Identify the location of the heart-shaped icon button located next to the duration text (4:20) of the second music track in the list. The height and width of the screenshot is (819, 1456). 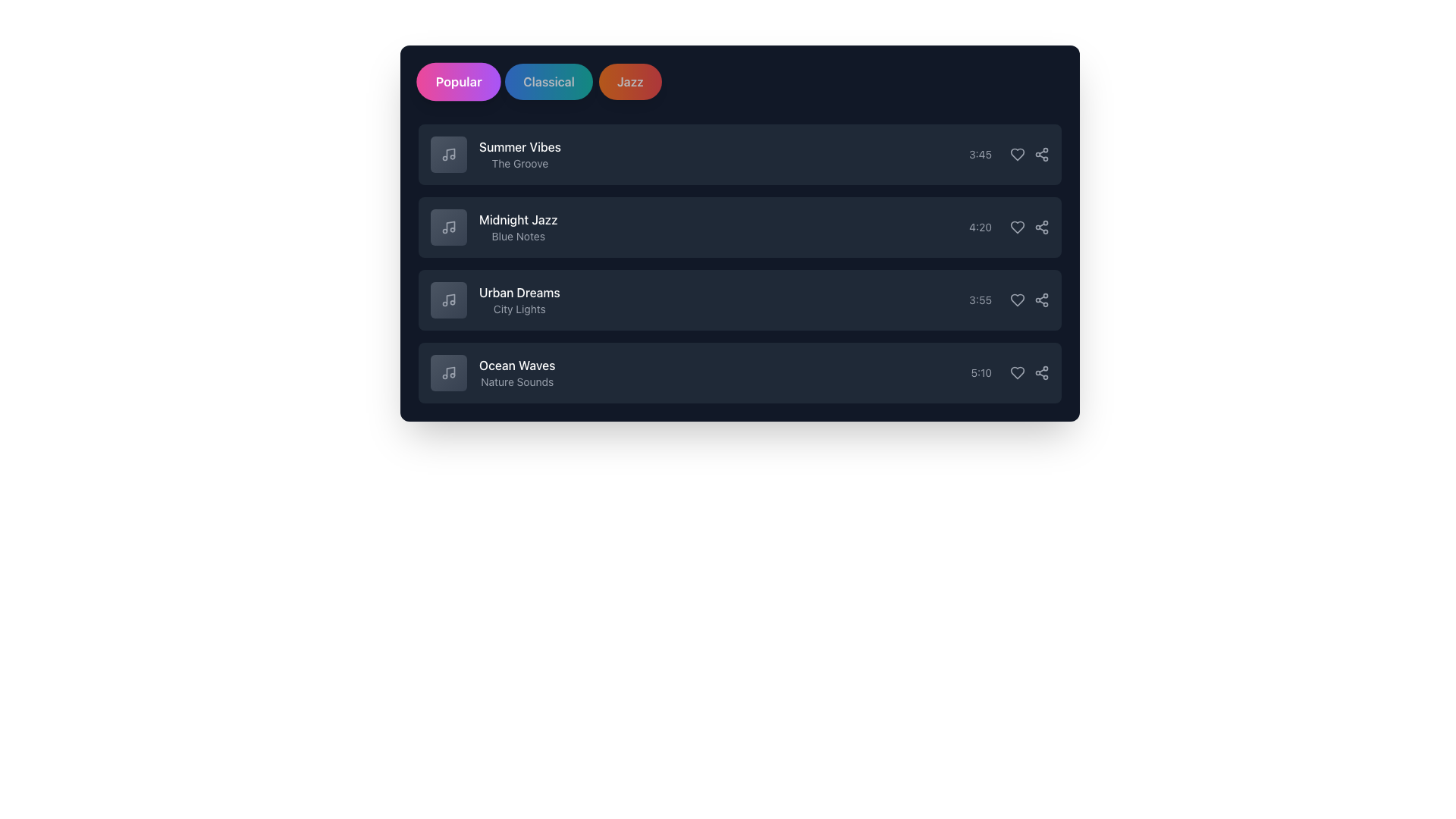
(1018, 227).